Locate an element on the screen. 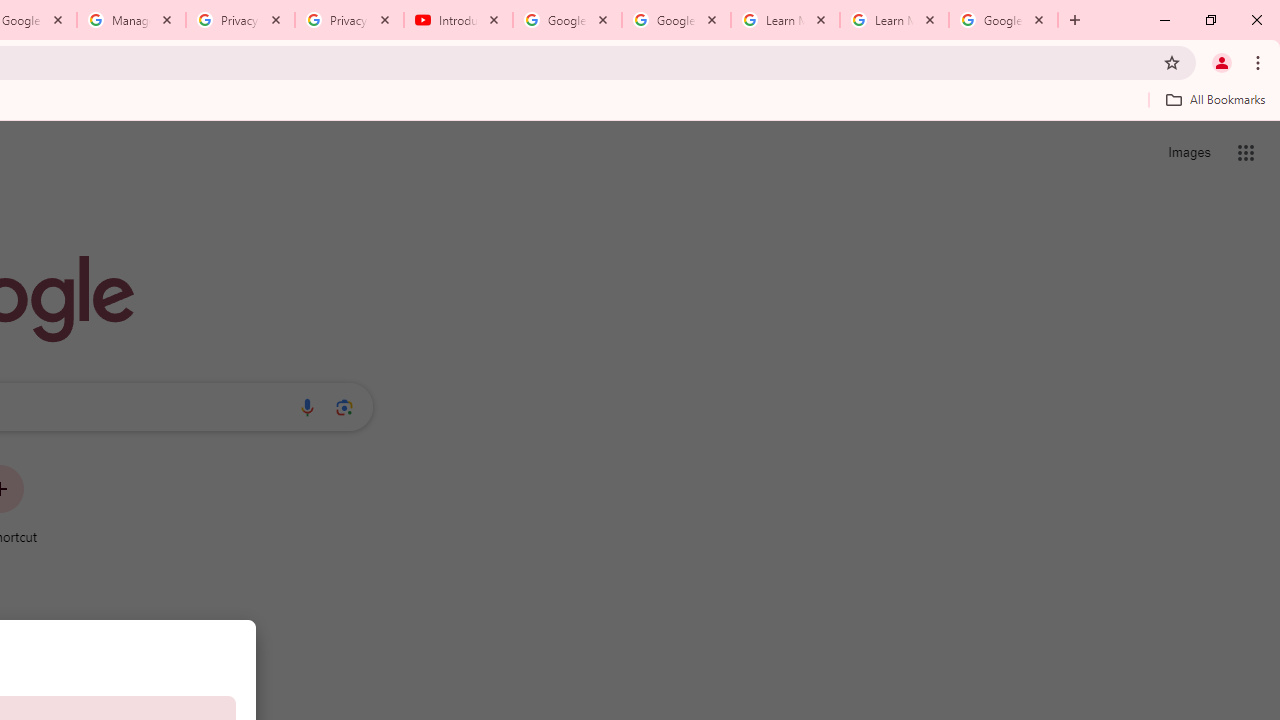 This screenshot has height=720, width=1280. 'Introduction | Google Privacy Policy - YouTube' is located at coordinates (457, 20).